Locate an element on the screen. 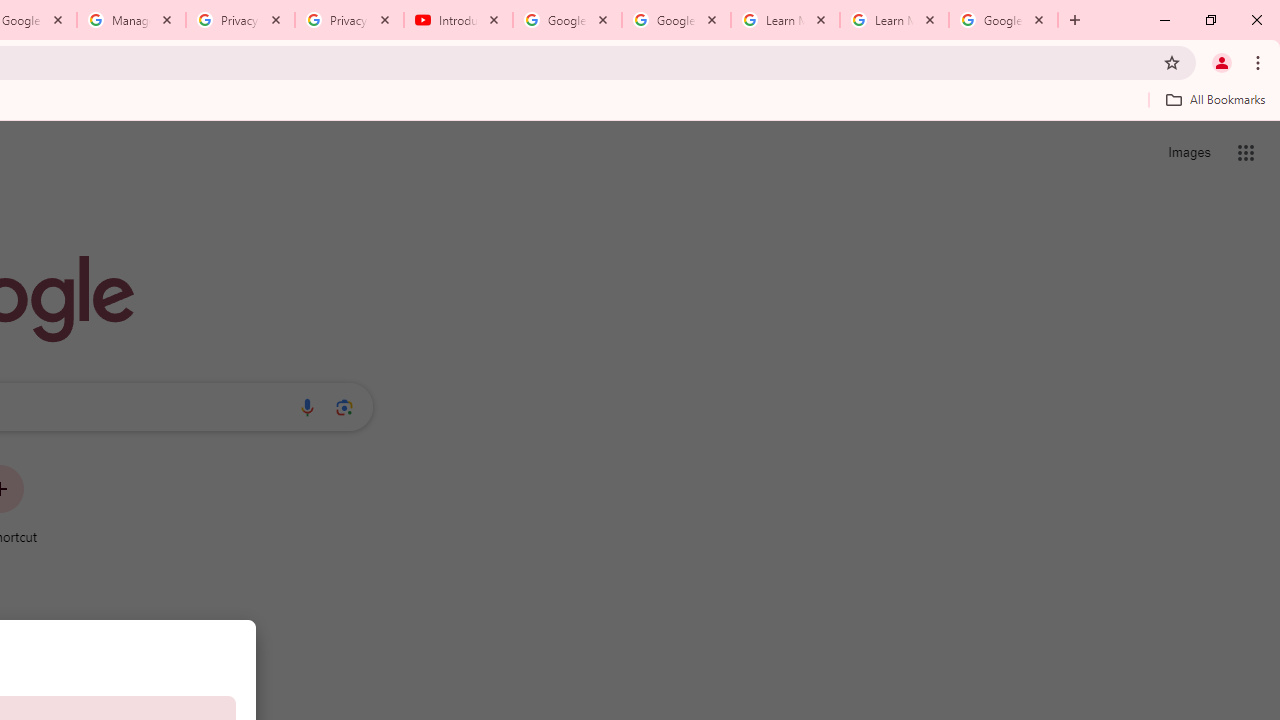 This screenshot has height=720, width=1280. 'Introduction | Google Privacy Policy - YouTube' is located at coordinates (457, 20).